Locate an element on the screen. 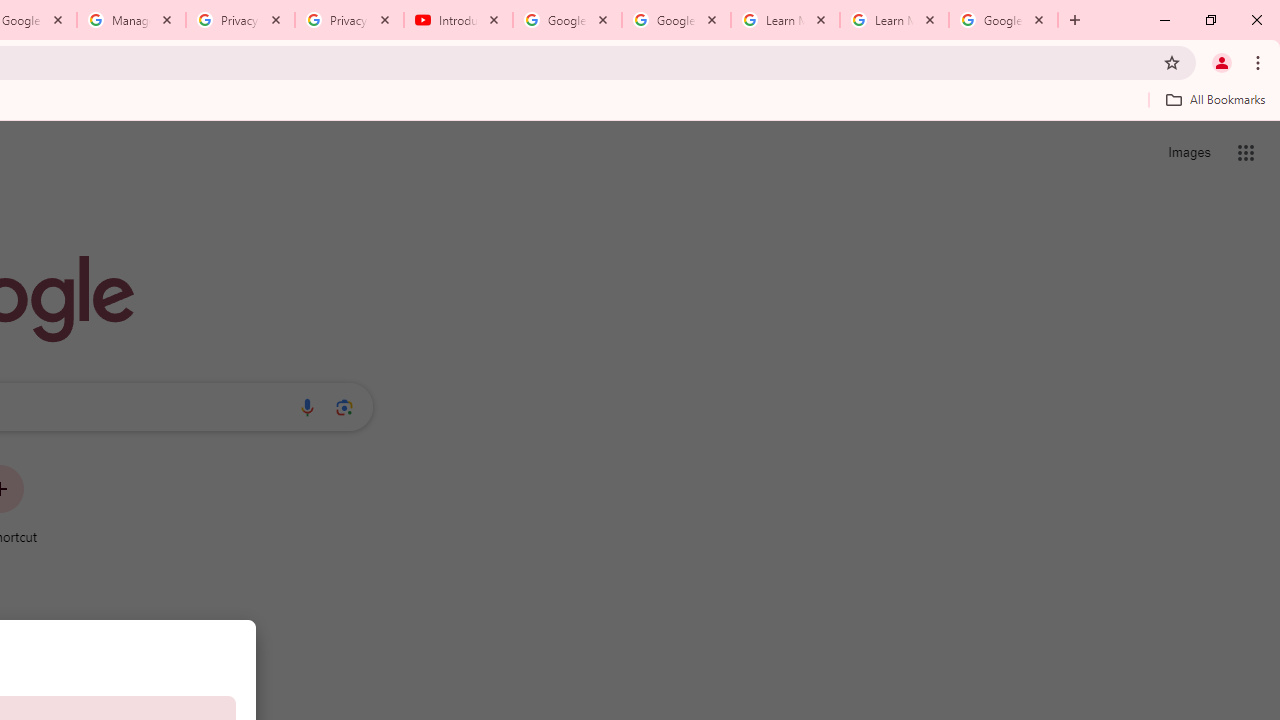 This screenshot has height=720, width=1280. 'Introduction | Google Privacy Policy - YouTube' is located at coordinates (457, 20).